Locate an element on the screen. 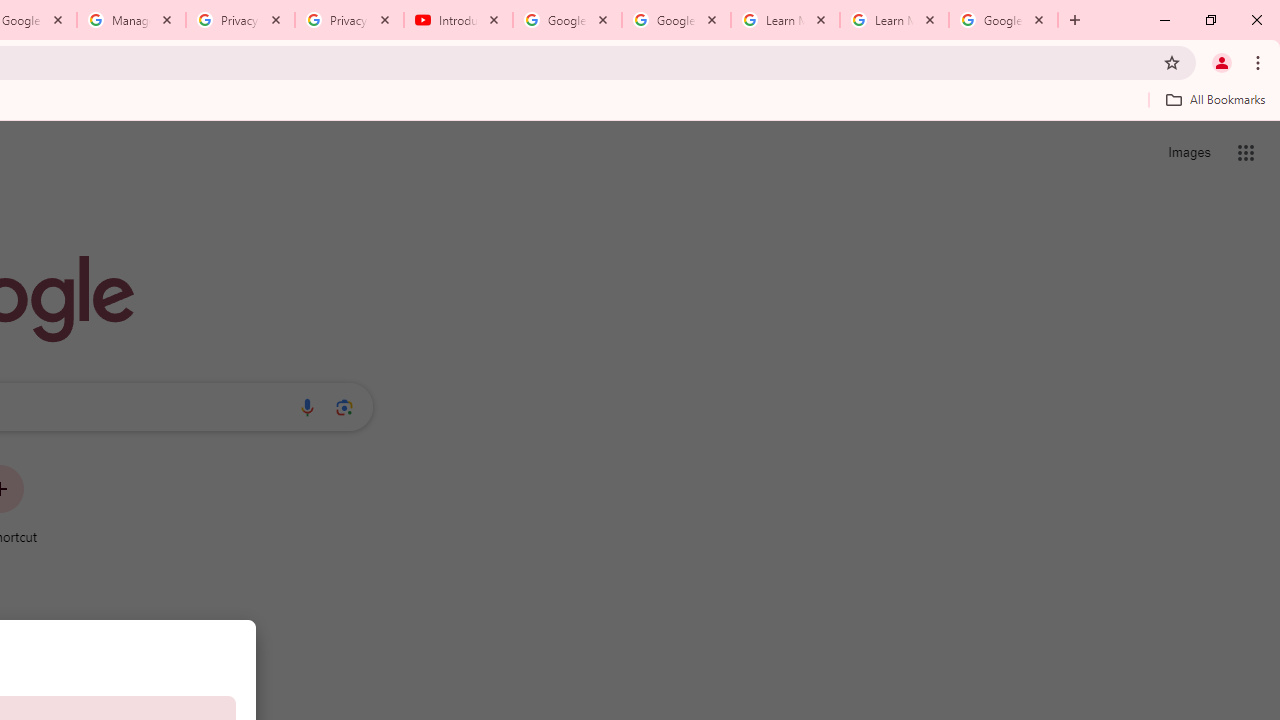 This screenshot has height=720, width=1280. 'Introduction | Google Privacy Policy - YouTube' is located at coordinates (457, 20).